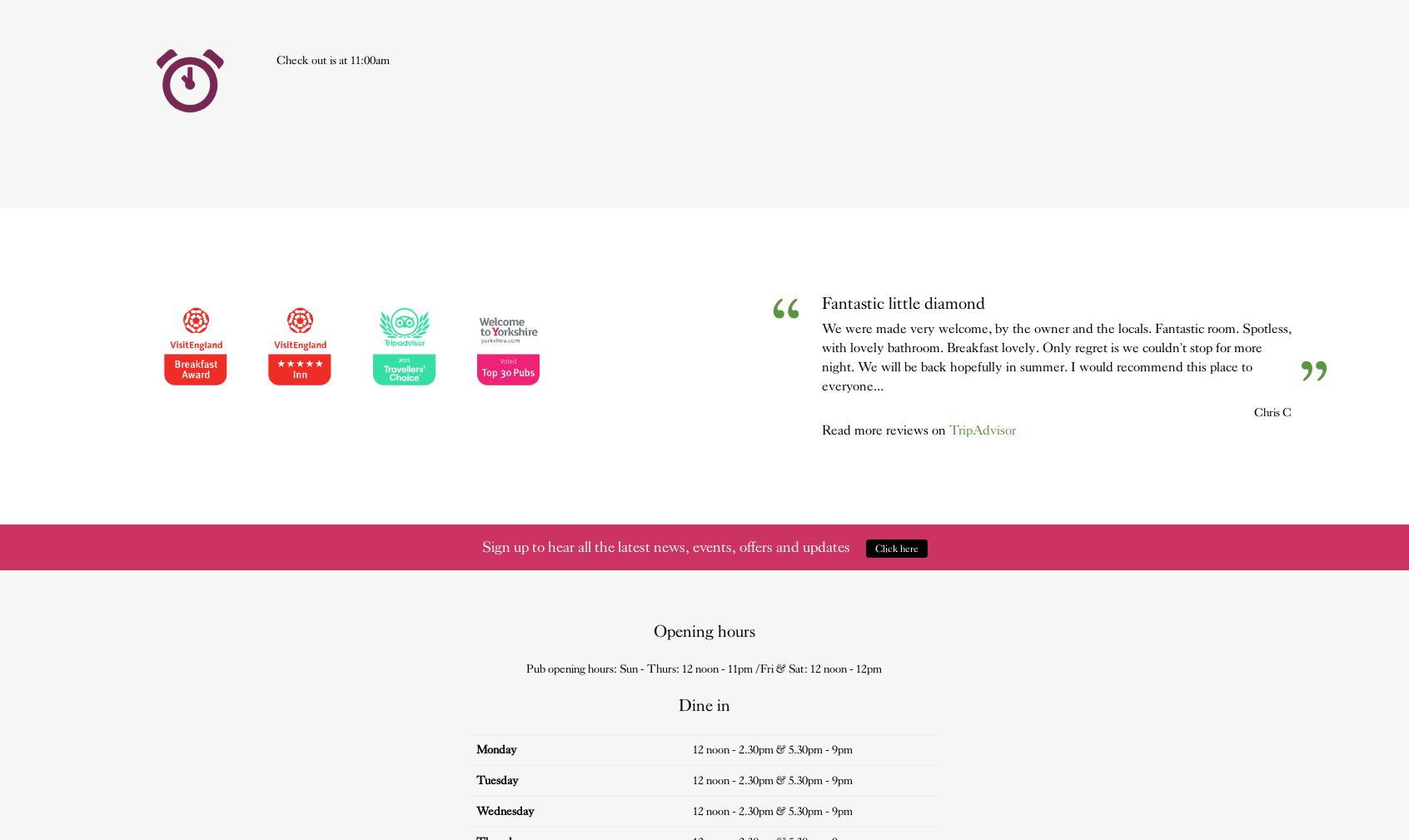 This screenshot has width=1409, height=840. I want to click on 'Chris C', so click(1272, 410).